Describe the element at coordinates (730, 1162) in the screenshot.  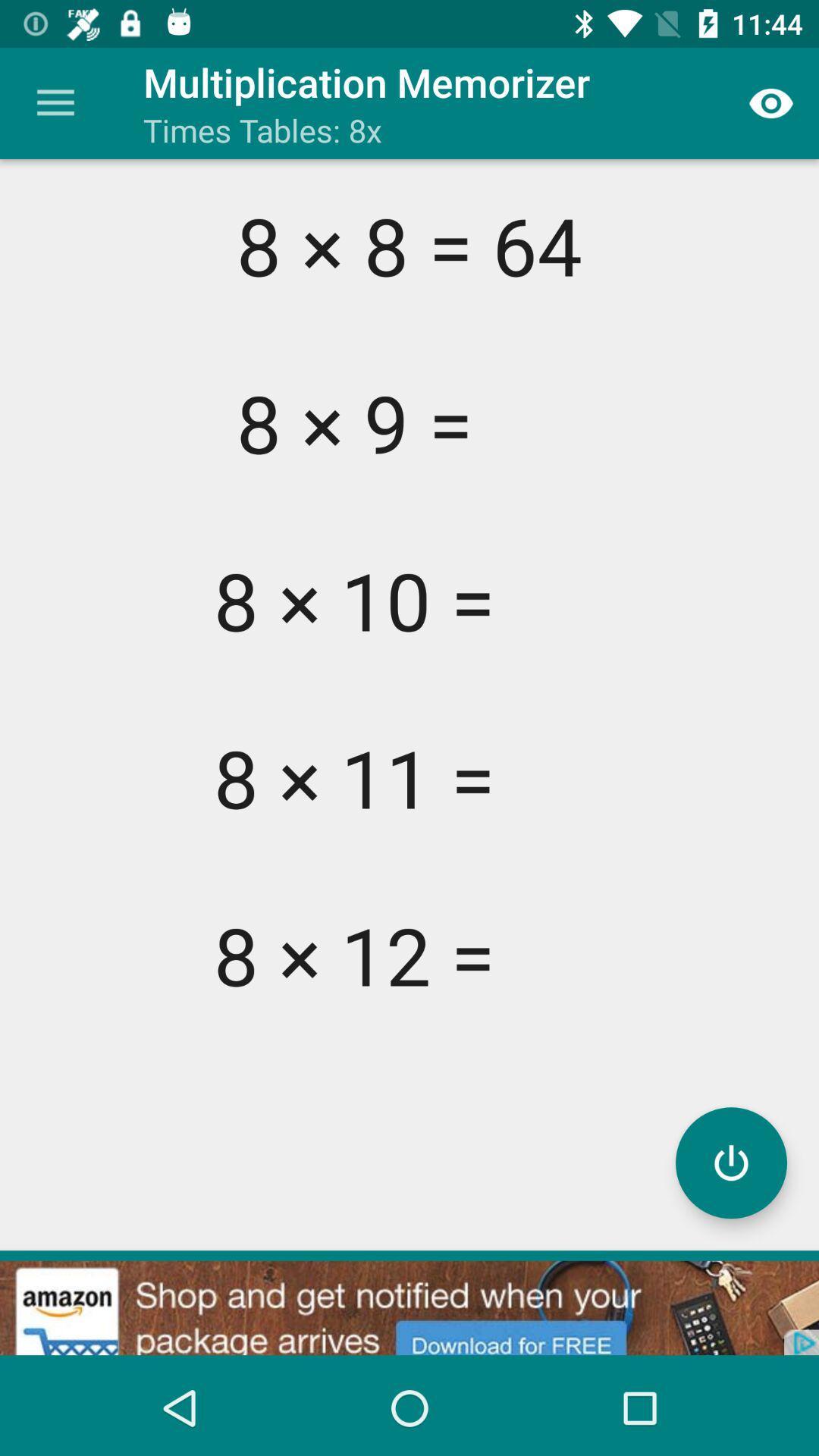
I see `the power icon` at that location.